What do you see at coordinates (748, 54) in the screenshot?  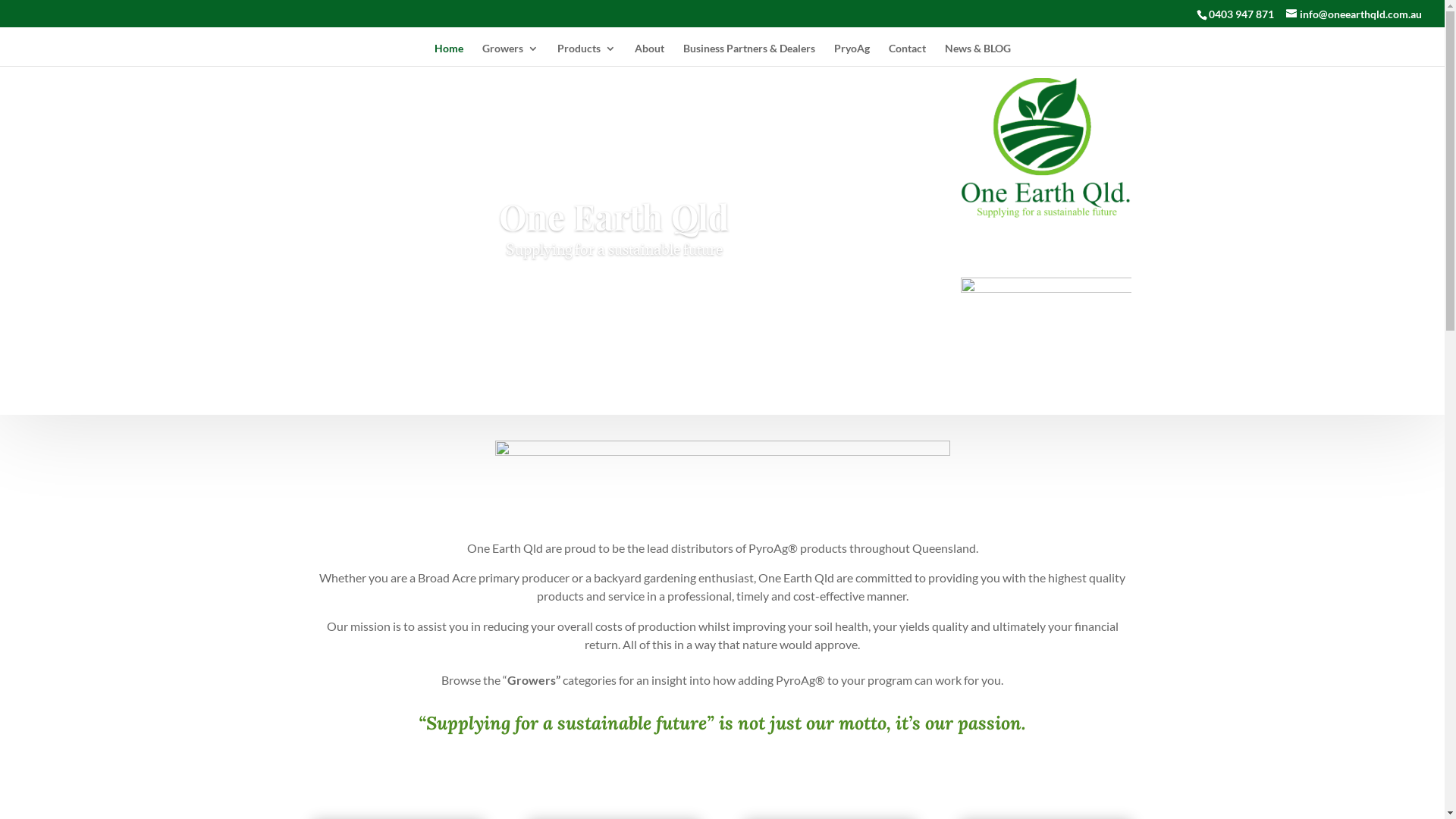 I see `'Business Partners & Dealers'` at bounding box center [748, 54].